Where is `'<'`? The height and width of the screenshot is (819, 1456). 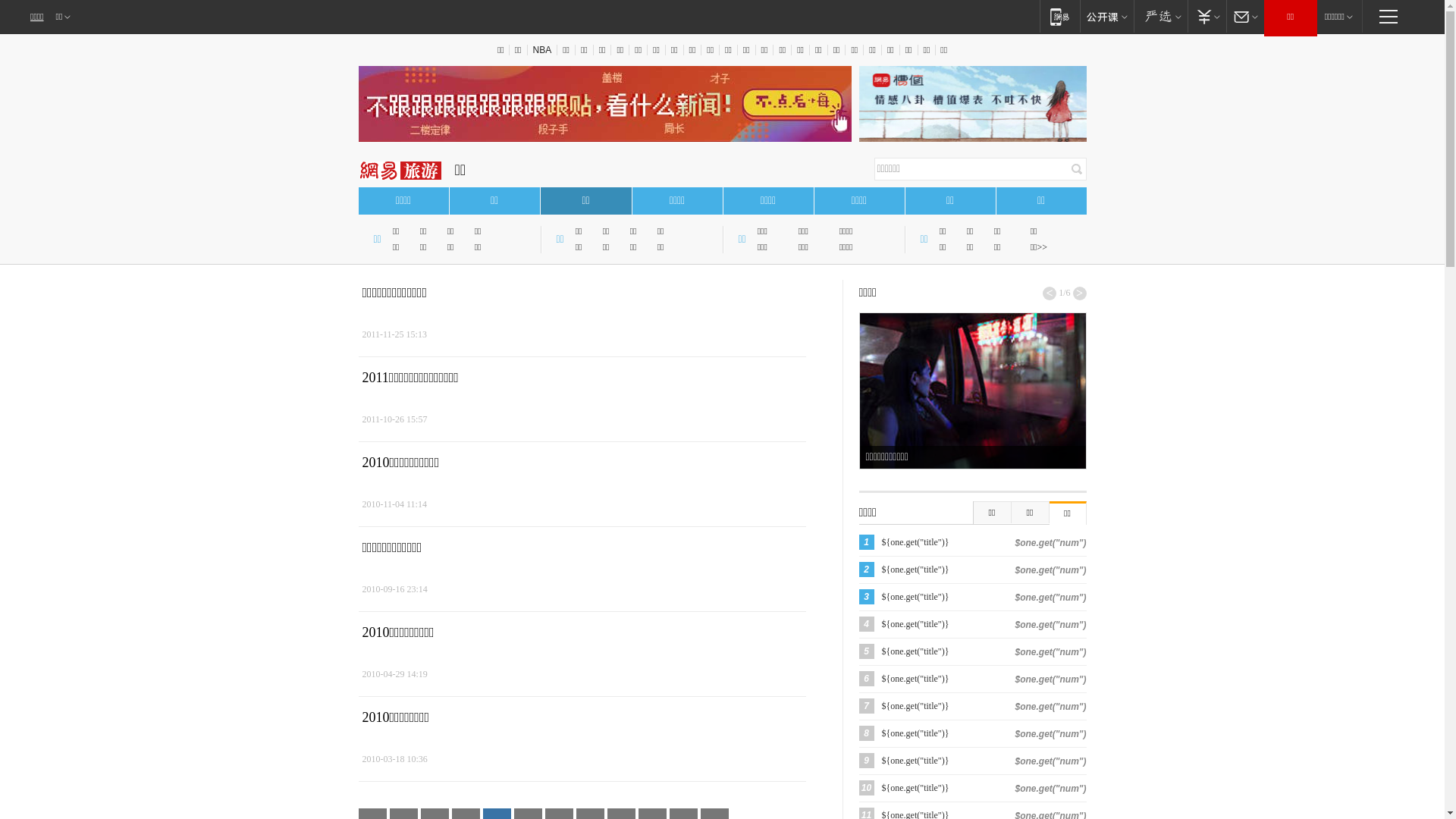
'<' is located at coordinates (1041, 293).